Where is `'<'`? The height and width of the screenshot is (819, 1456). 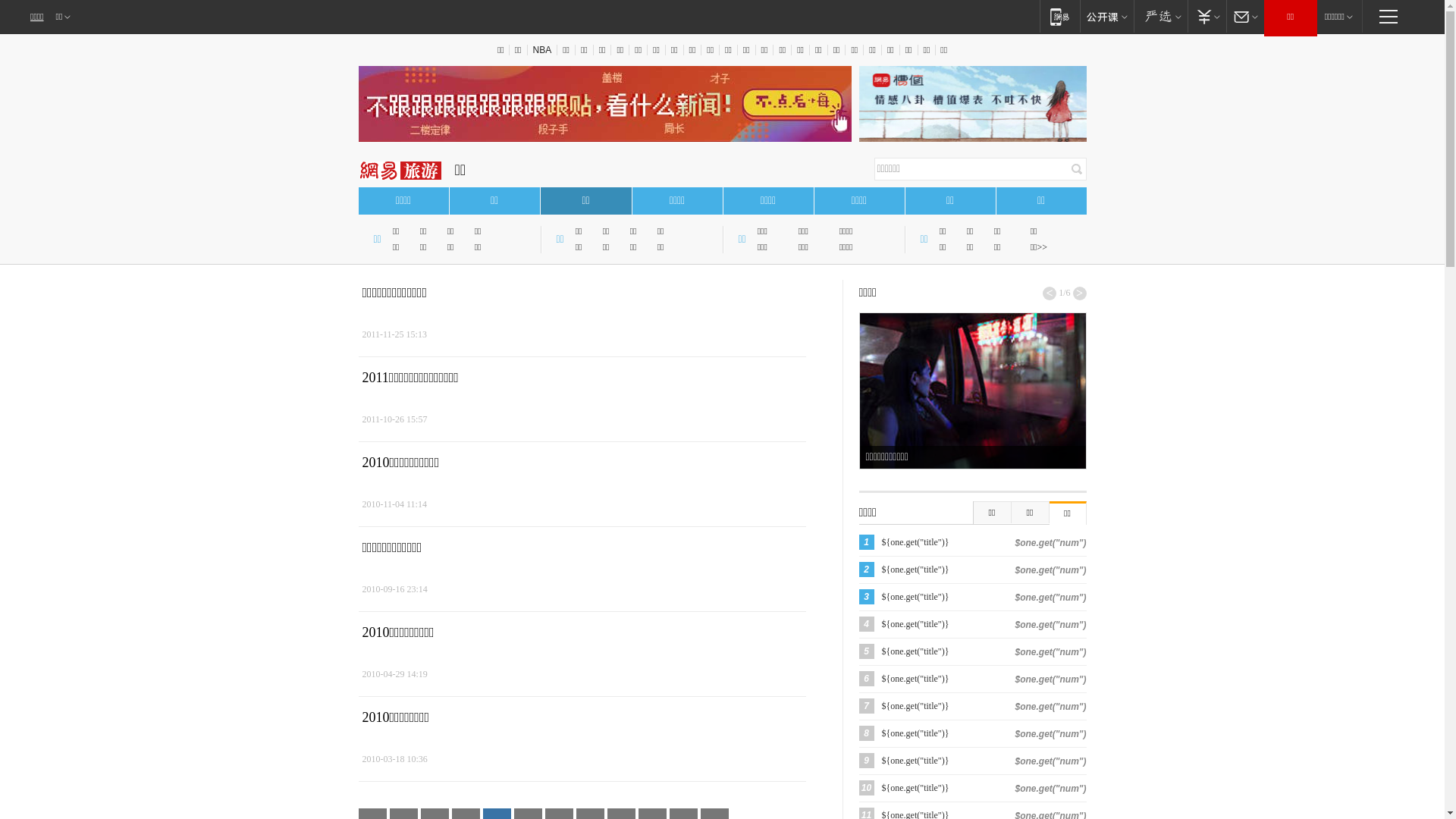
'<' is located at coordinates (1041, 293).